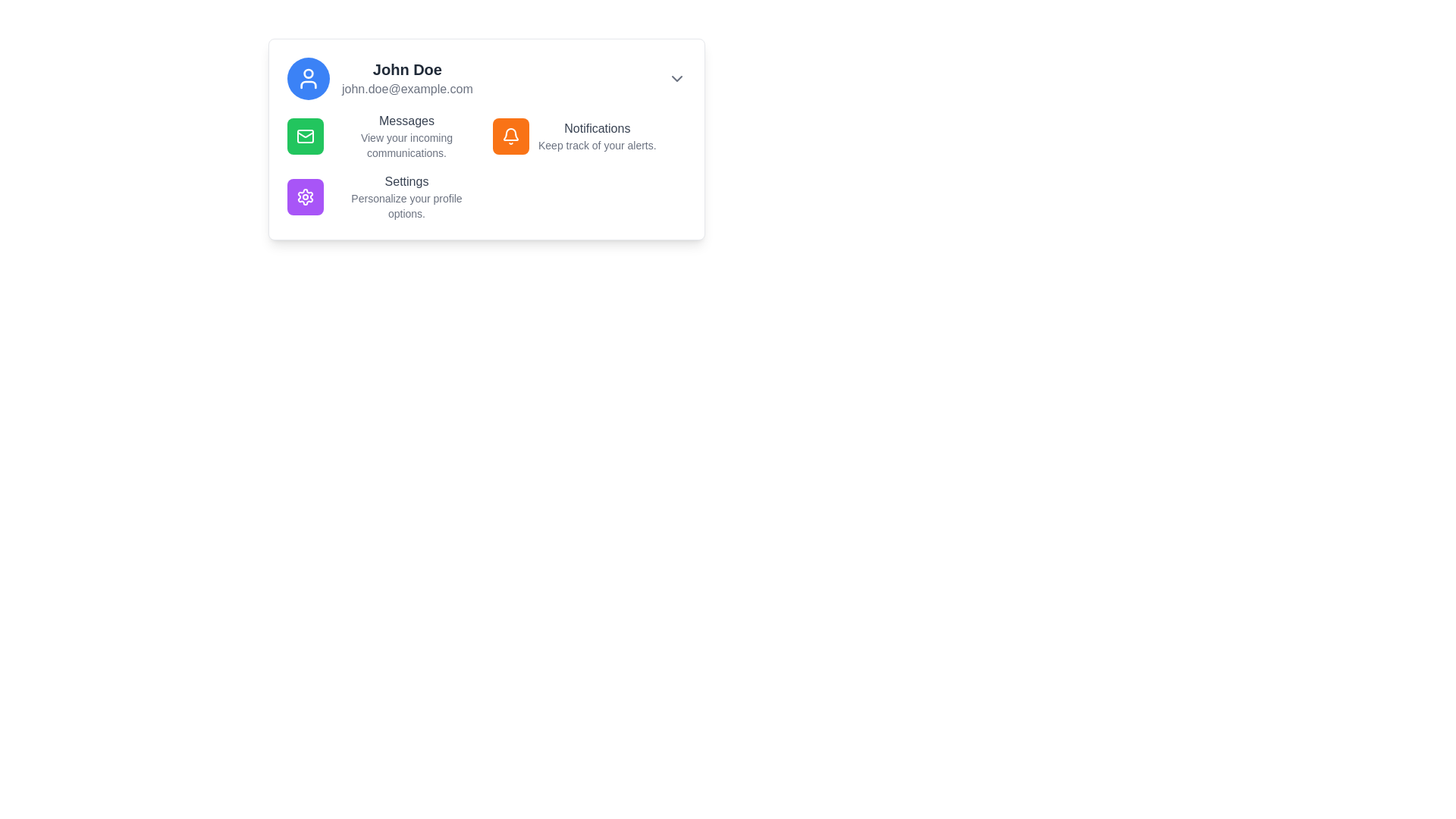 The height and width of the screenshot is (819, 1456). What do you see at coordinates (305, 196) in the screenshot?
I see `the purple rounded button with a white gear icon at its center` at bounding box center [305, 196].